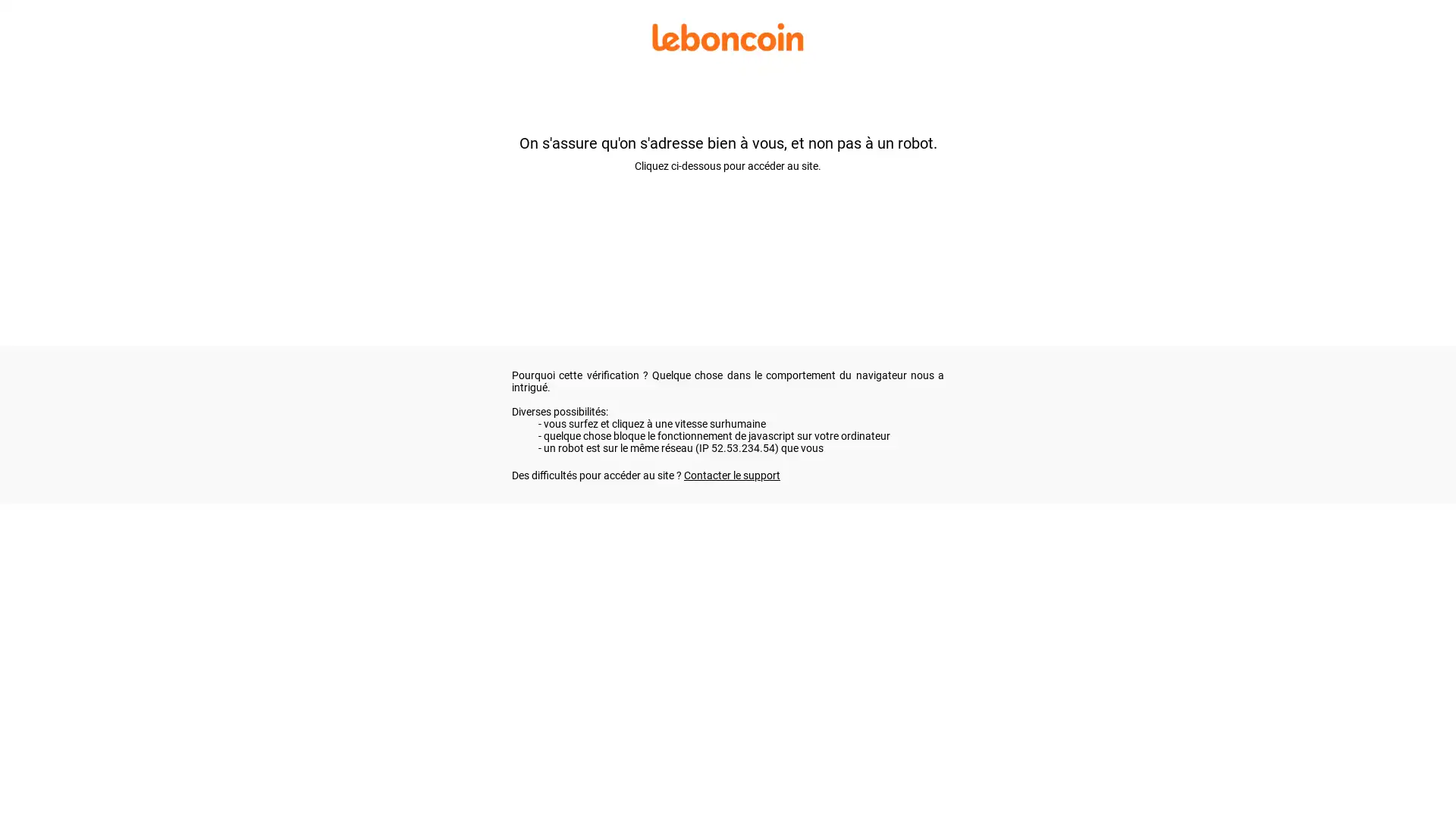  What do you see at coordinates (413, 212) in the screenshot?
I see `Prix` at bounding box center [413, 212].